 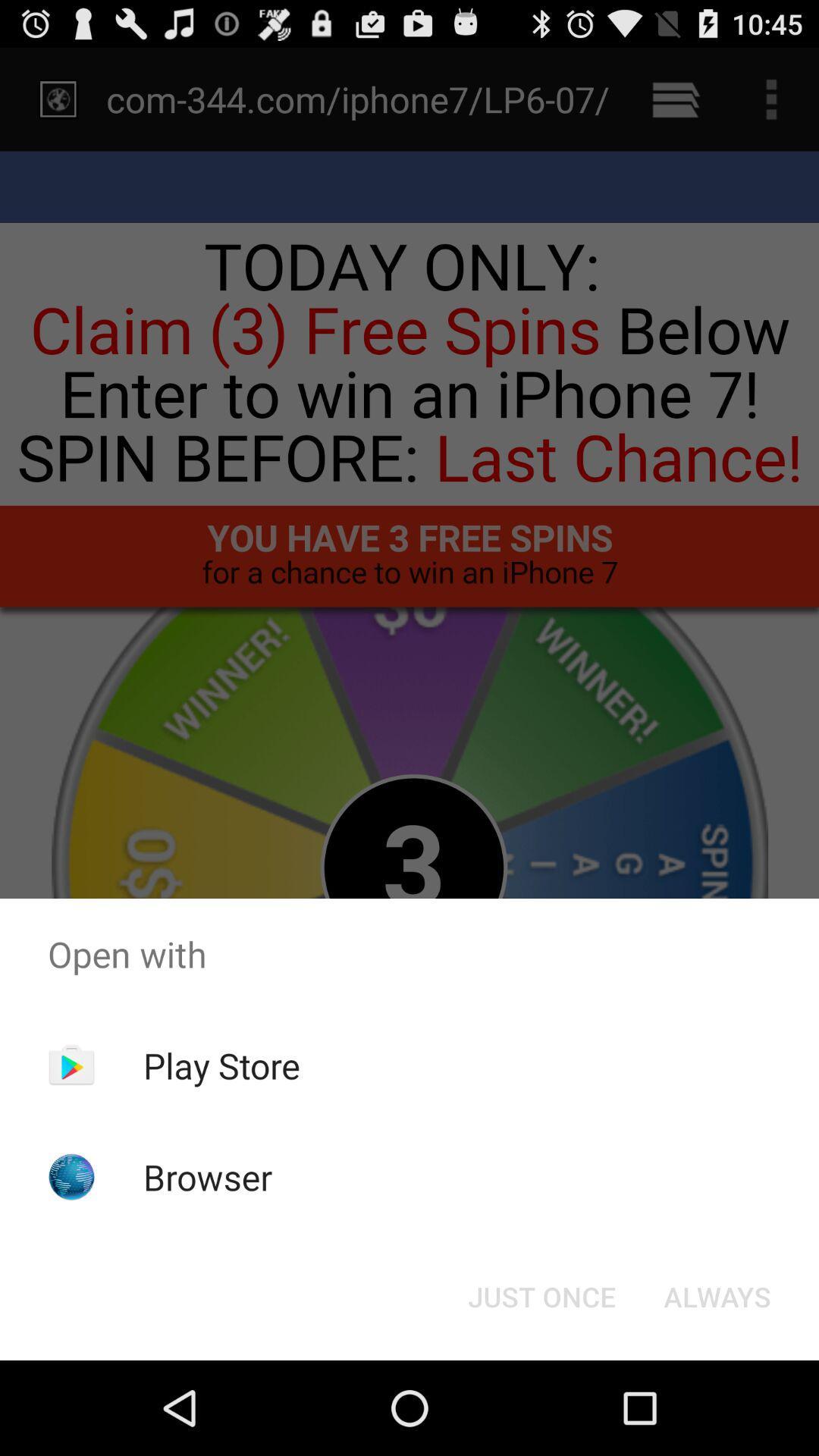 What do you see at coordinates (717, 1295) in the screenshot?
I see `the item to the right of the just once item` at bounding box center [717, 1295].